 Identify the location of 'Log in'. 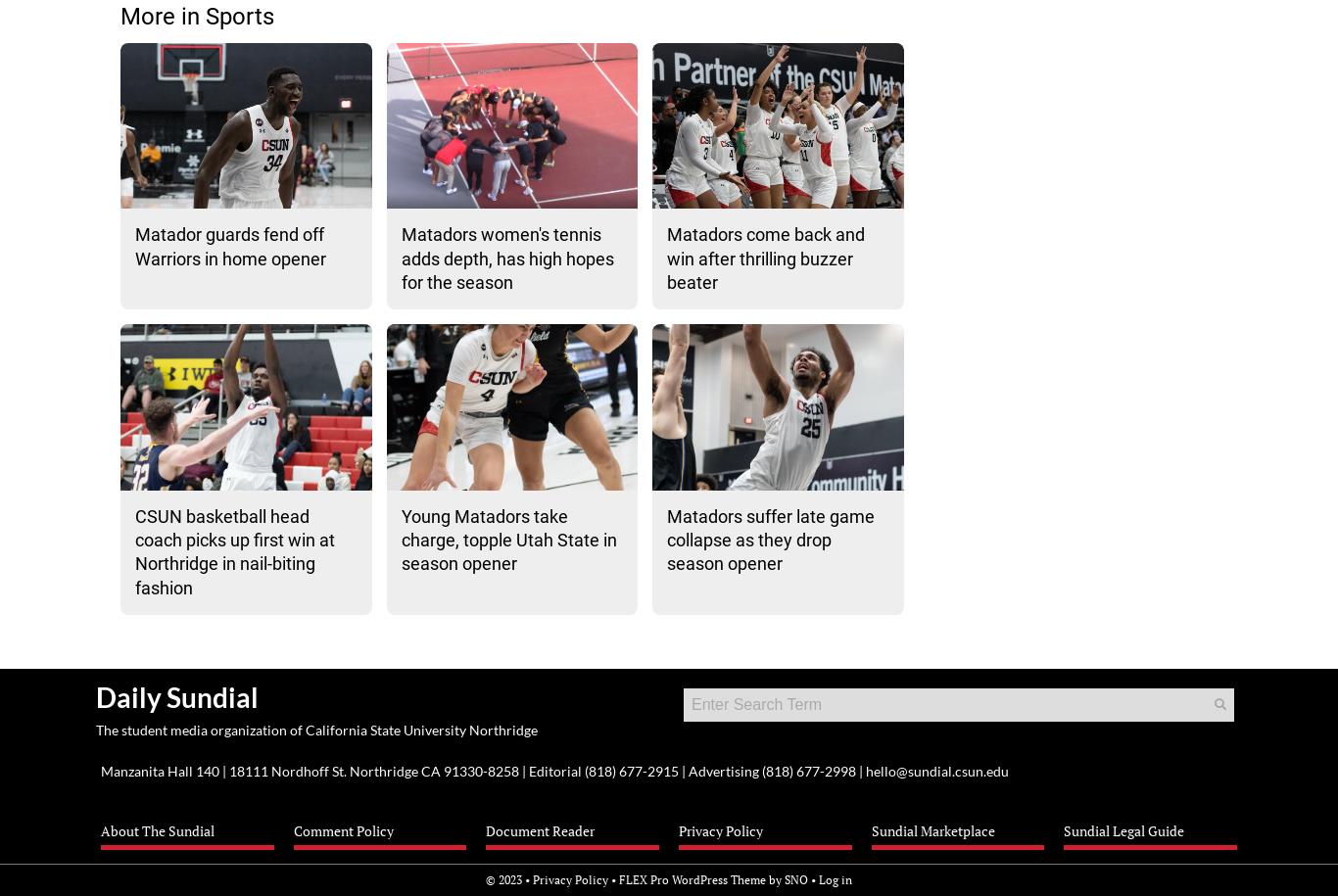
(835, 877).